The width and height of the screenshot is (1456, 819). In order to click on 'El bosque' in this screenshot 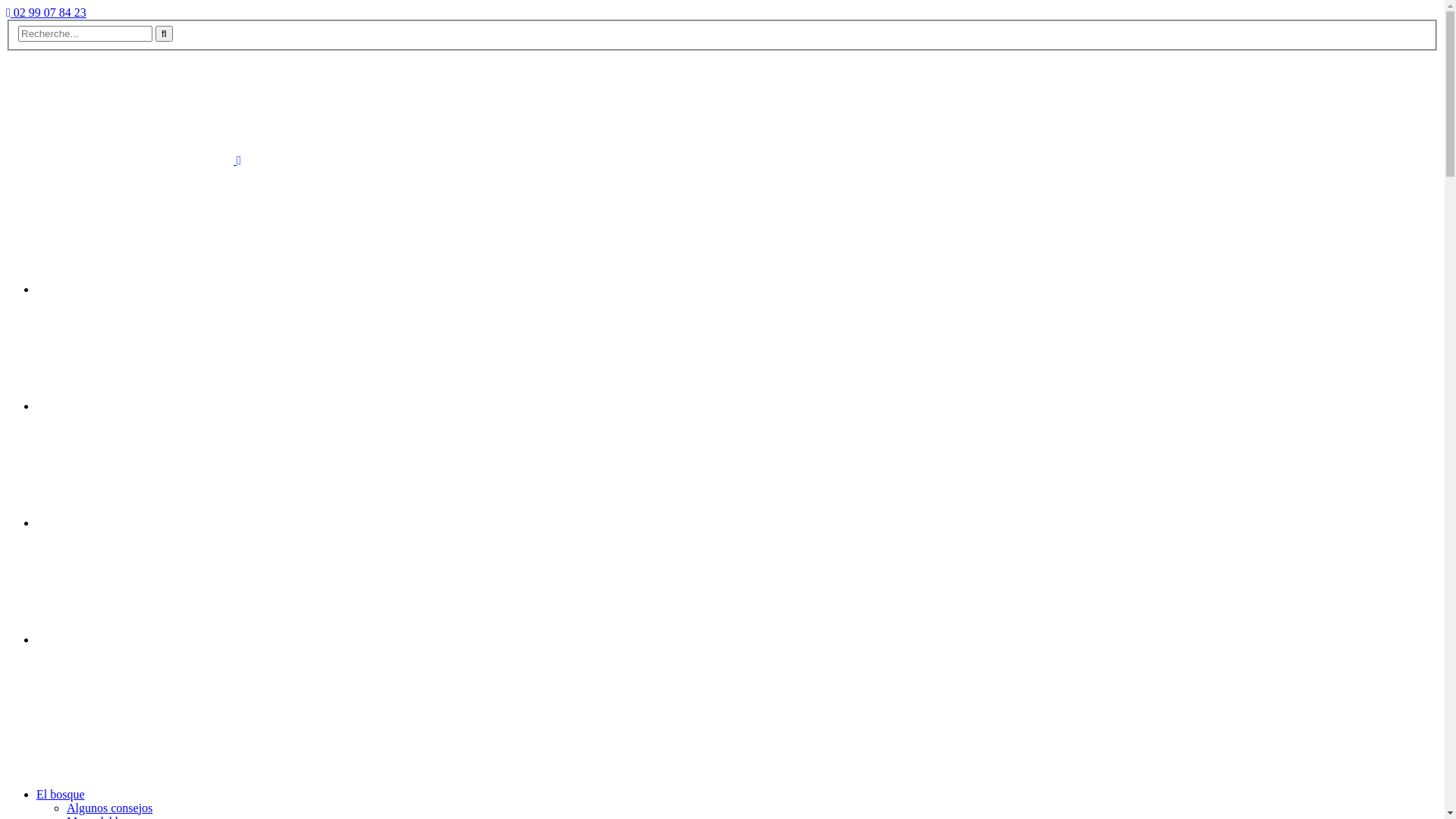, I will do `click(61, 793)`.